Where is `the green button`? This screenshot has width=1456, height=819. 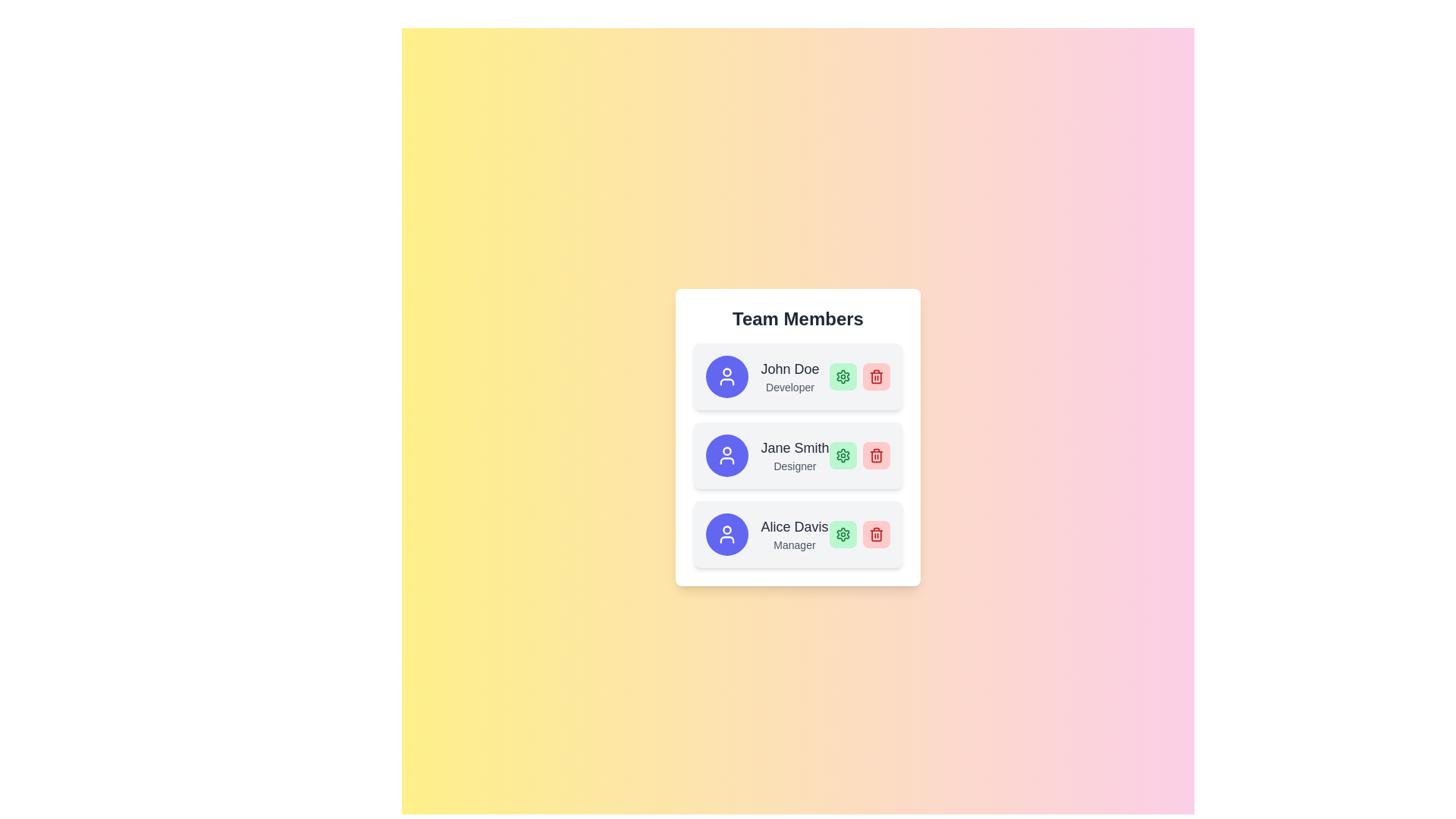 the green button is located at coordinates (842, 534).